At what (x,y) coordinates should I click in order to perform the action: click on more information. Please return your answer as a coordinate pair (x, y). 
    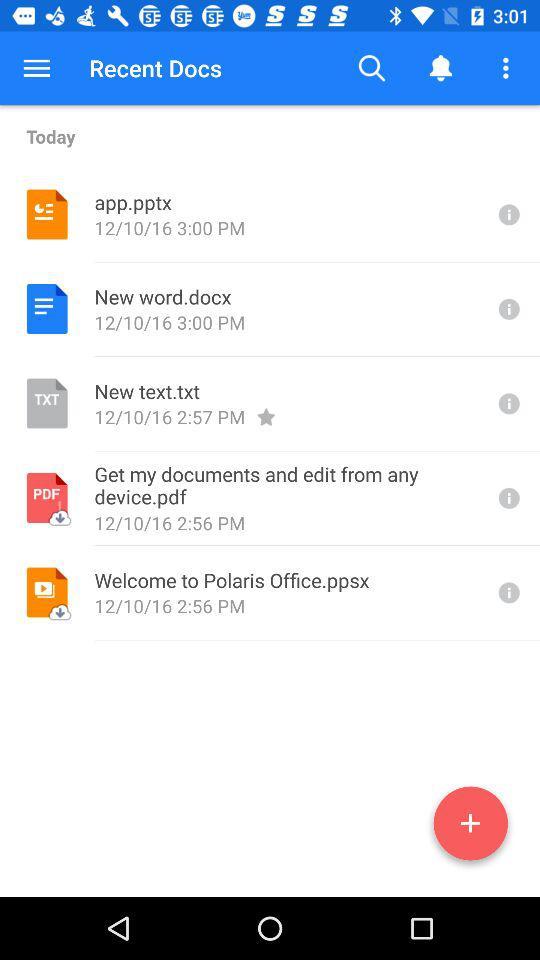
    Looking at the image, I should click on (507, 592).